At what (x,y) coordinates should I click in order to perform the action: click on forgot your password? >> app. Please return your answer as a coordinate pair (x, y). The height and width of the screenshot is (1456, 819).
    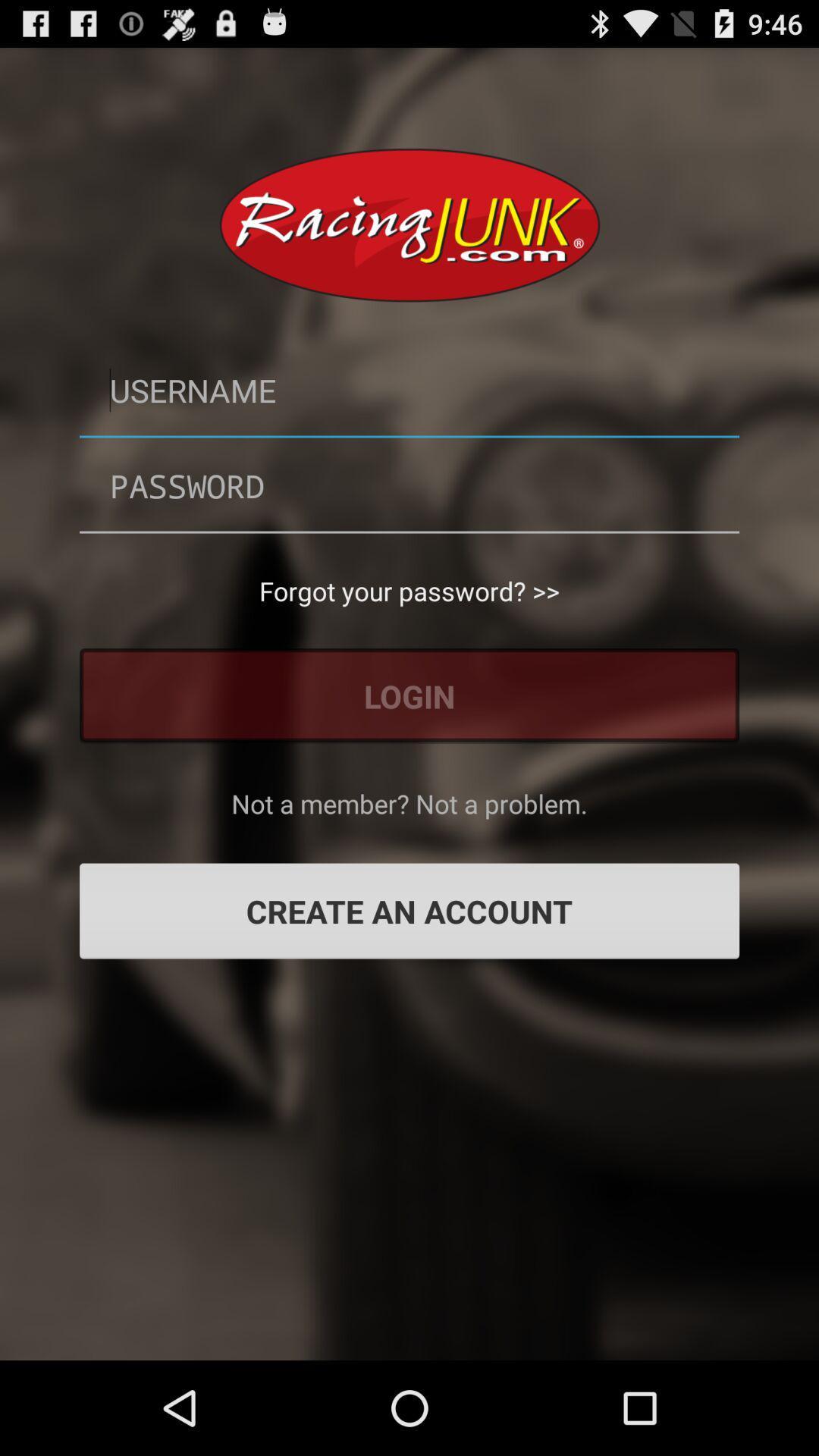
    Looking at the image, I should click on (409, 590).